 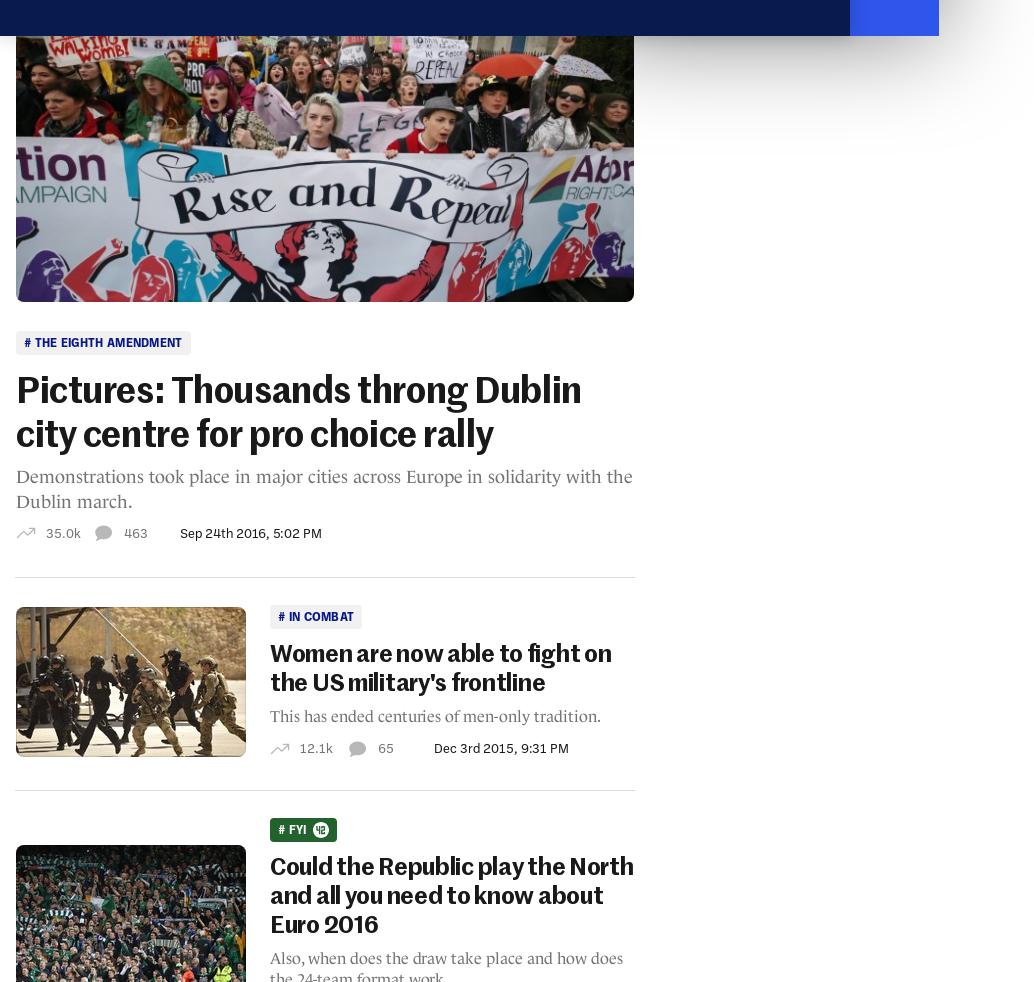 What do you see at coordinates (322, 487) in the screenshot?
I see `'Demonstrations took place in major cities across Europe in solidarity with the Dublin march.'` at bounding box center [322, 487].